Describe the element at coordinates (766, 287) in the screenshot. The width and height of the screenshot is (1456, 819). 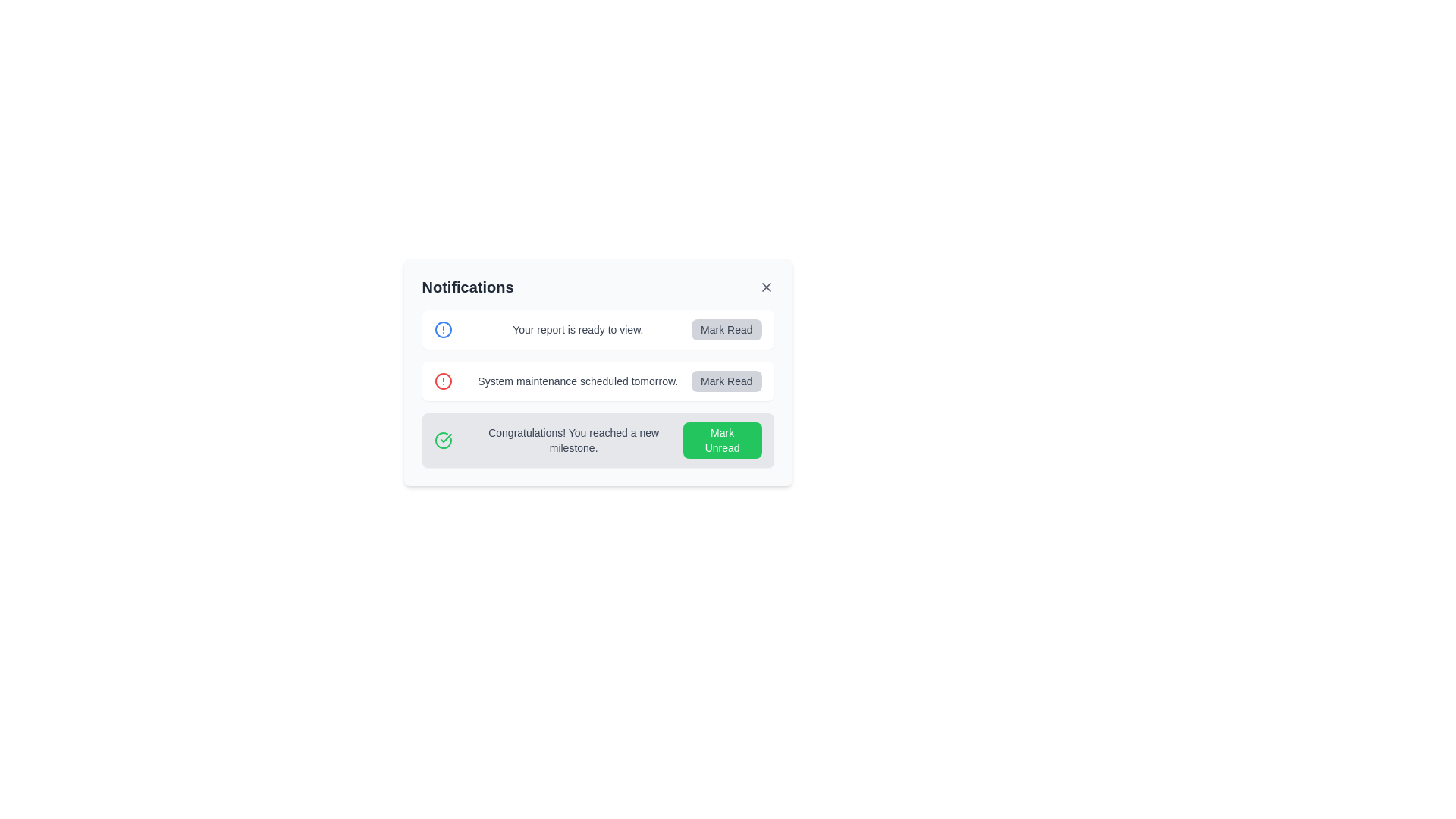
I see `the dark gray cross (X) icon button located in the upper-right corner of the notification panel` at that location.